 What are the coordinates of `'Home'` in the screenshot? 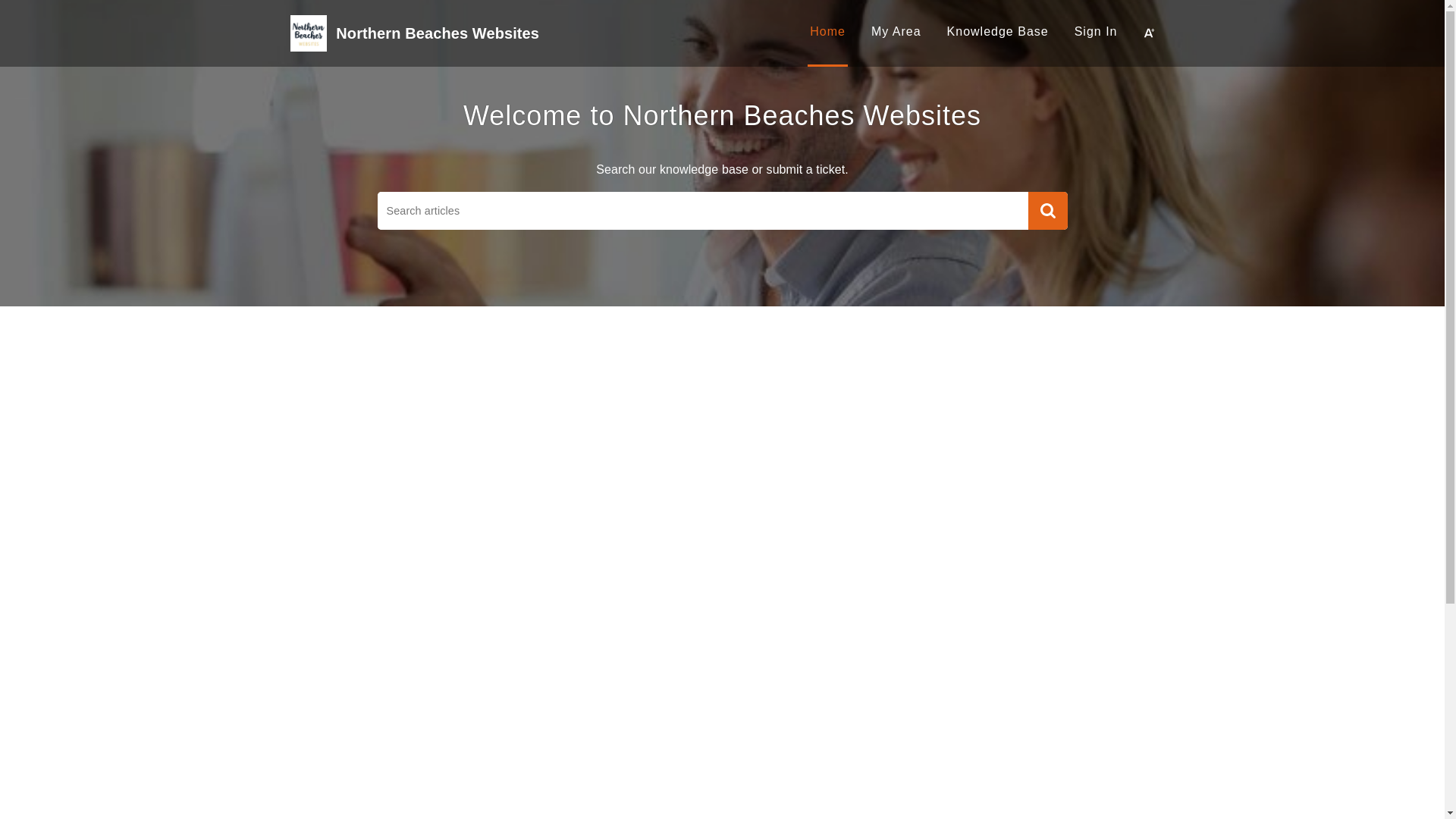 It's located at (827, 31).